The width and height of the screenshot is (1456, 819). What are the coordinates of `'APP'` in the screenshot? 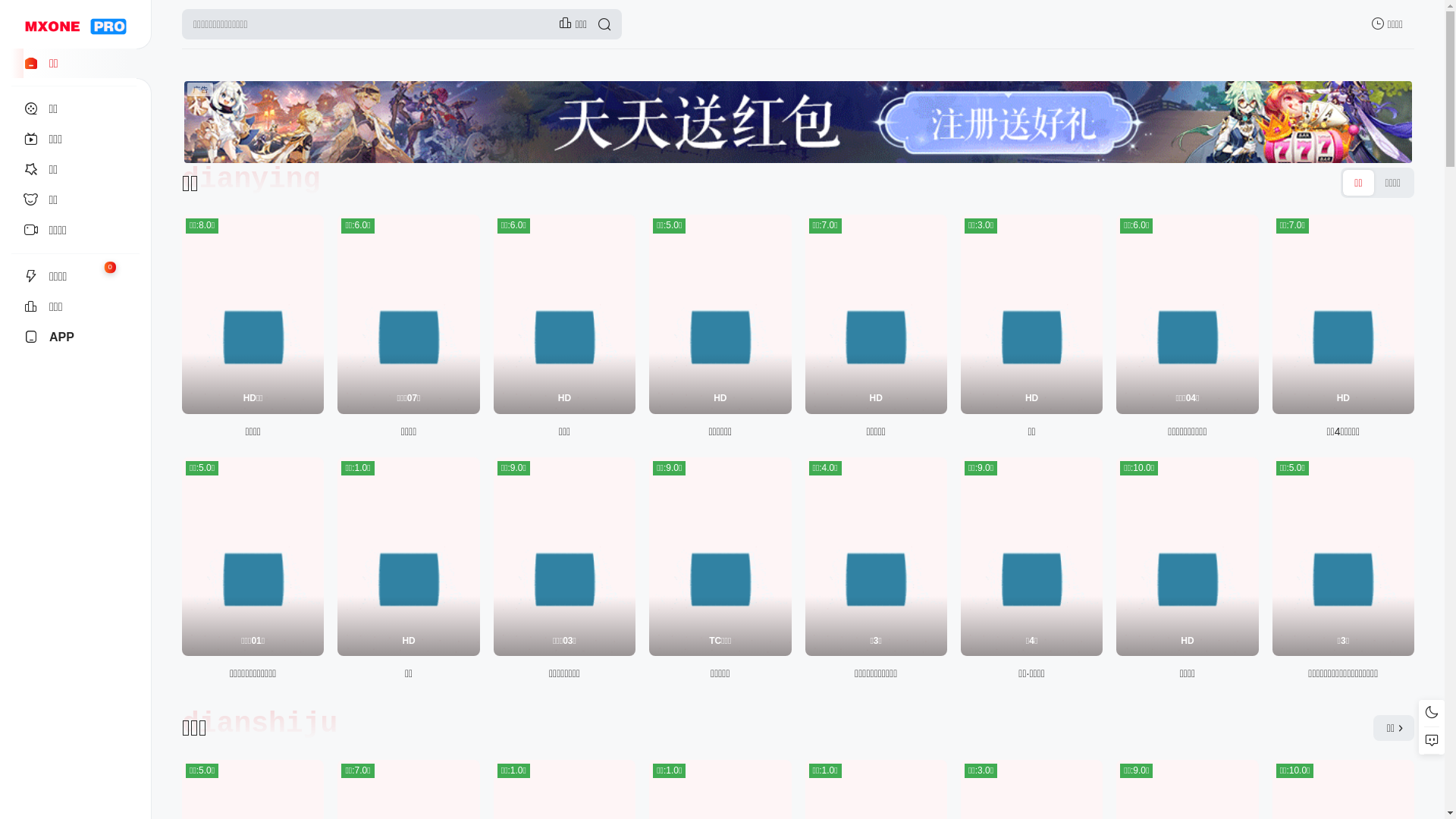 It's located at (74, 336).